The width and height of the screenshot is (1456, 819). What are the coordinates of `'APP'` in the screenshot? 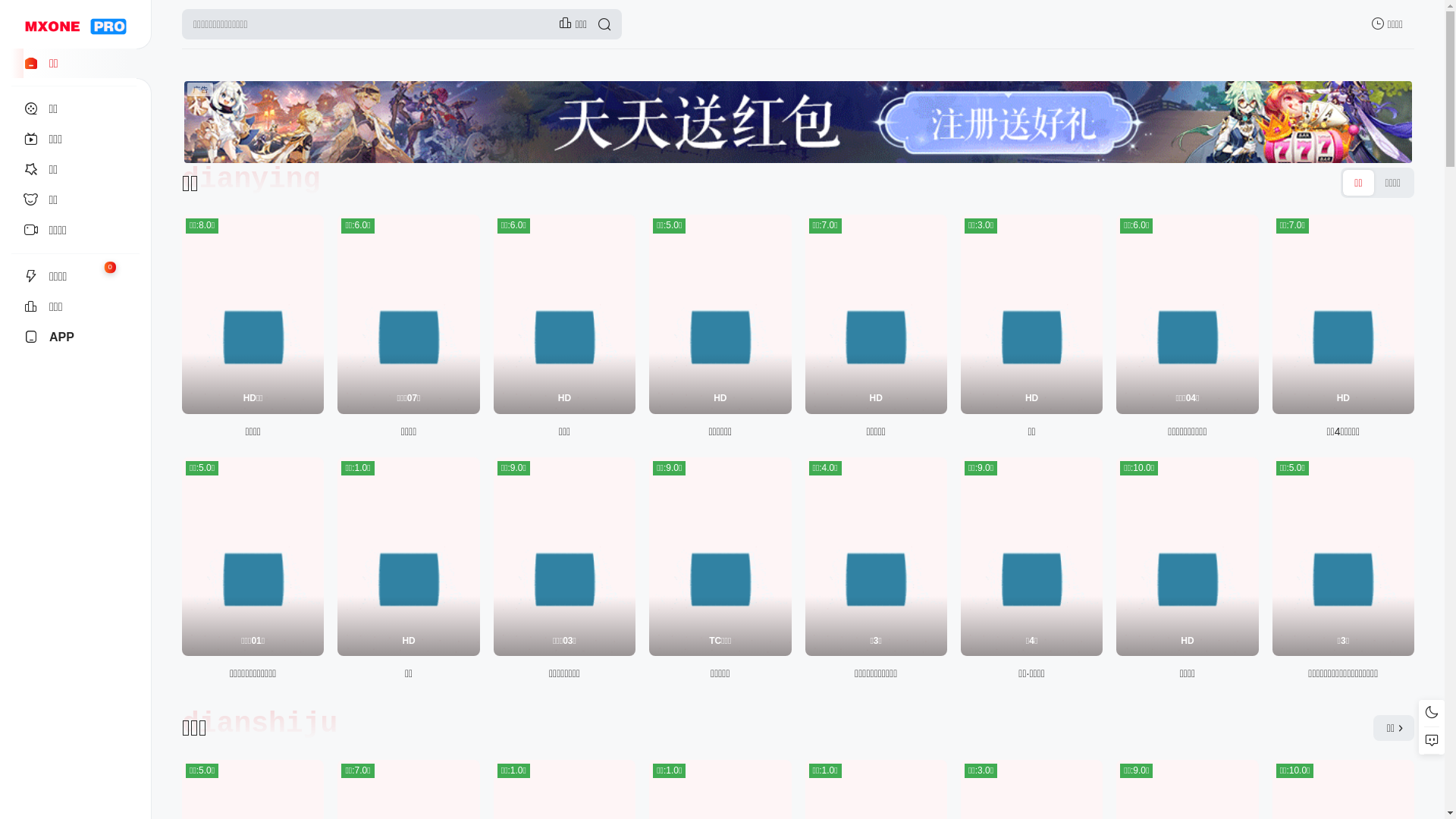 It's located at (74, 336).